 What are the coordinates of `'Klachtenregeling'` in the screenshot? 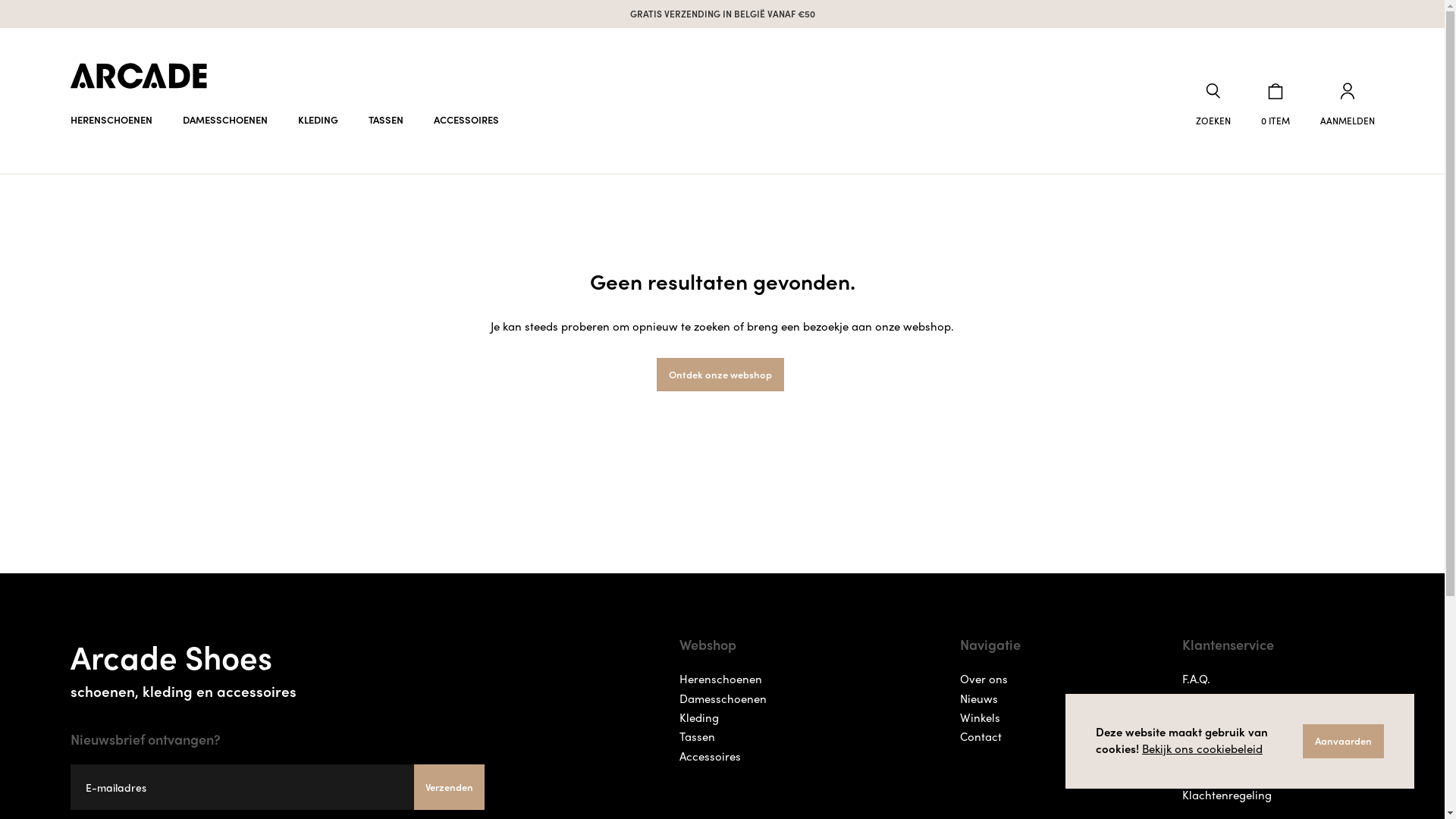 It's located at (1226, 794).